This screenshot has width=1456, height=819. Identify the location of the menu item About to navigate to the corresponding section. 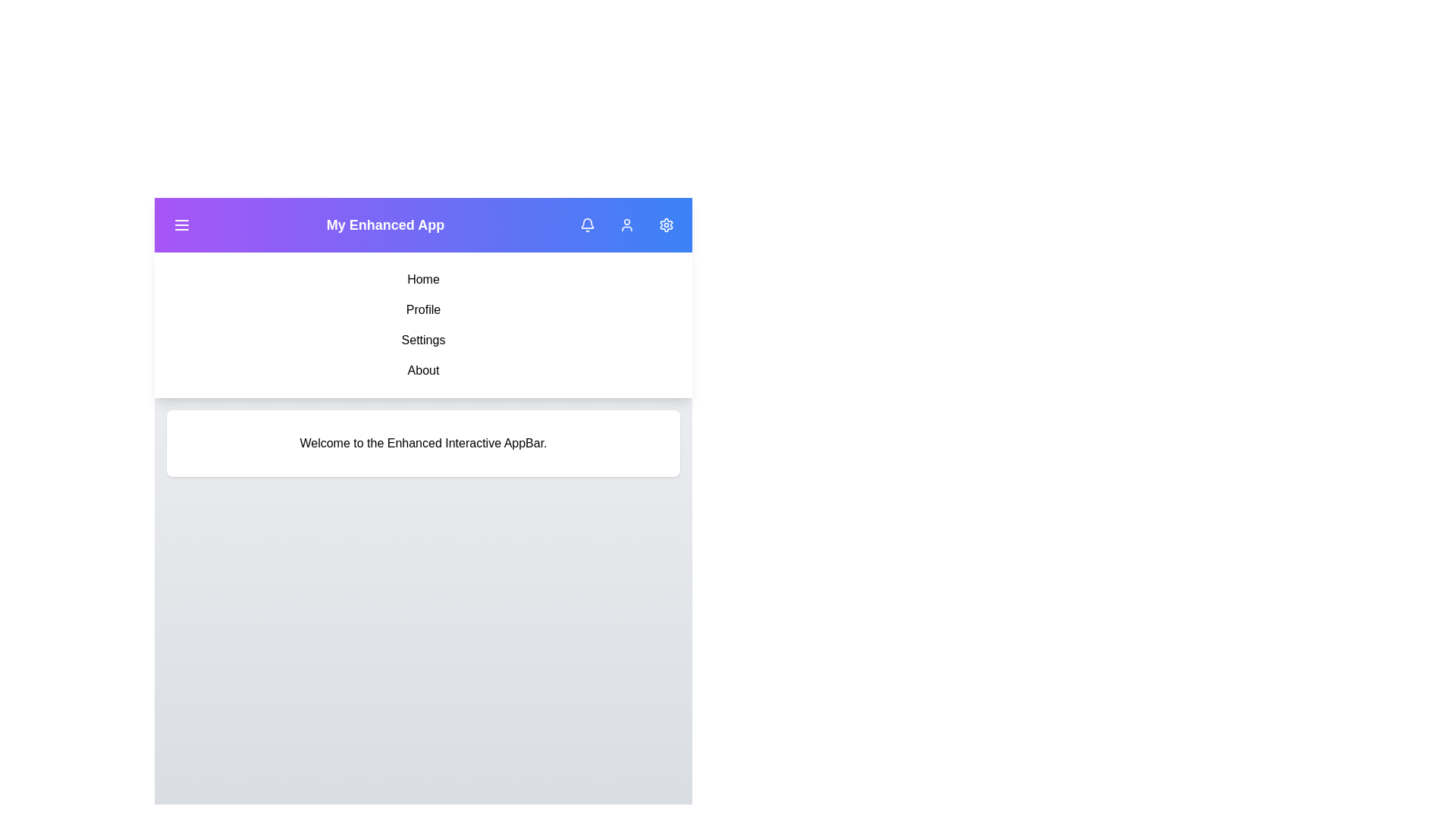
(423, 371).